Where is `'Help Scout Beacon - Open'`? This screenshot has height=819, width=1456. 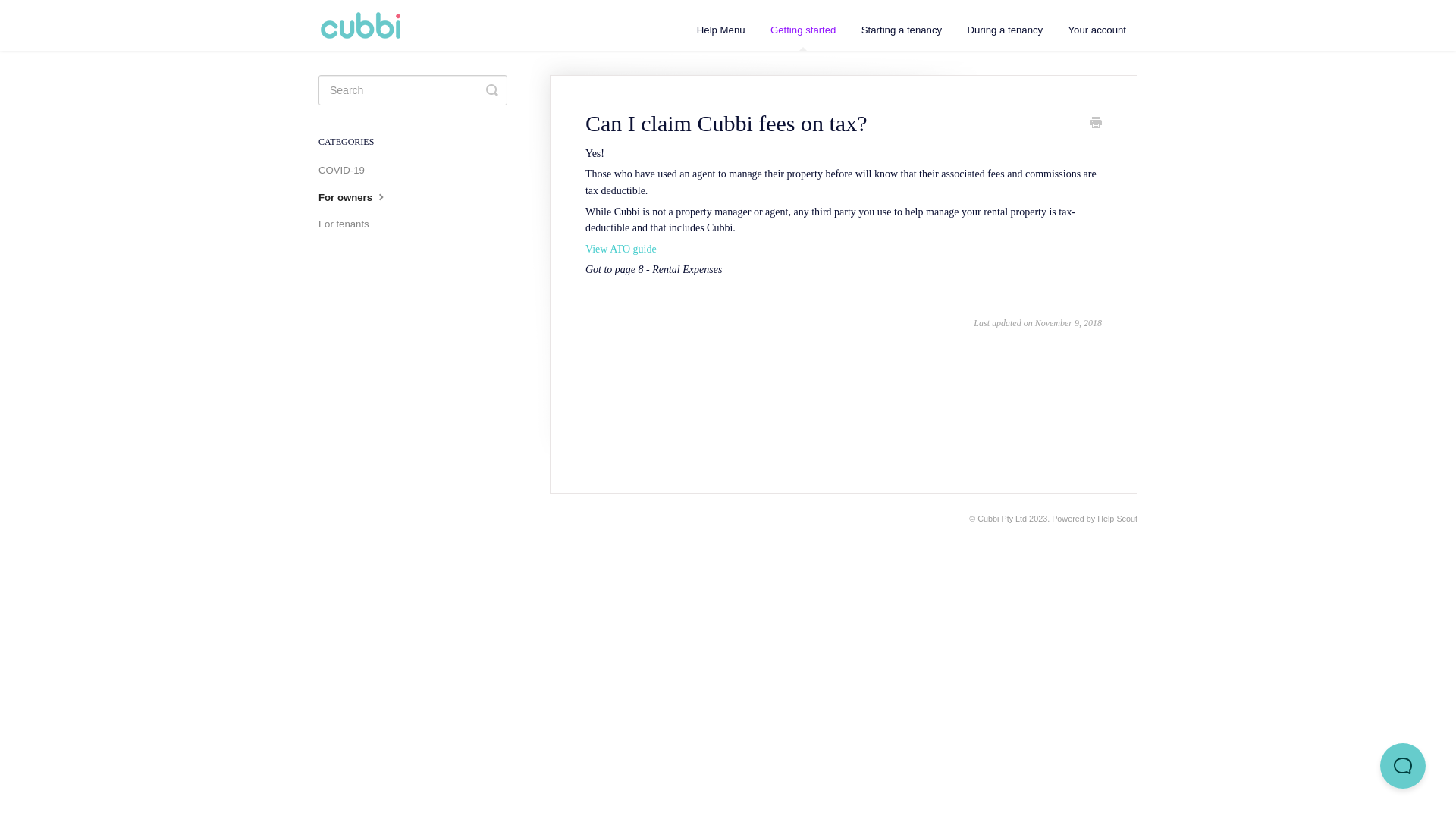
'Help Scout Beacon - Open' is located at coordinates (1401, 766).